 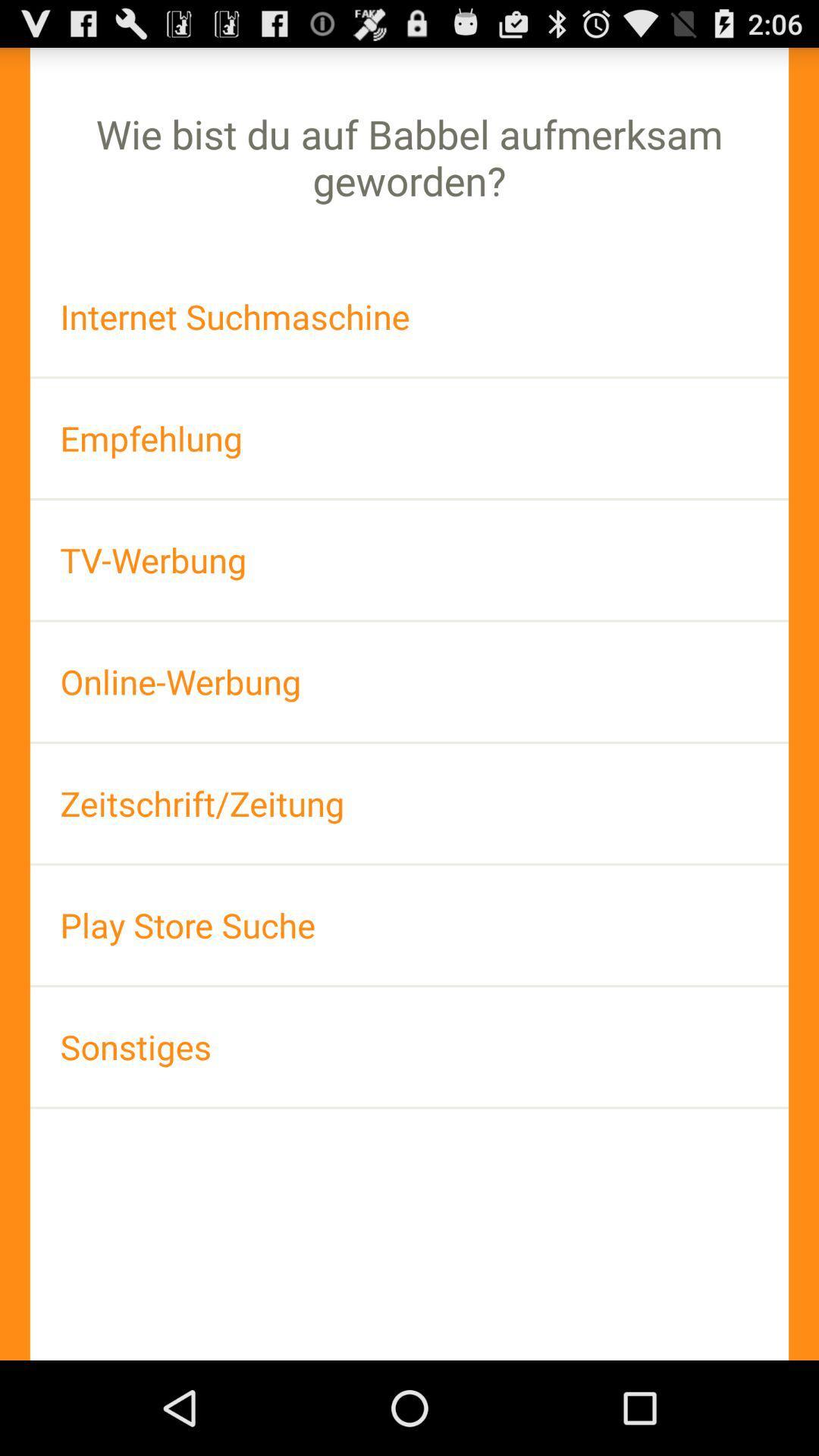 I want to click on item above the play store suche item, so click(x=409, y=802).